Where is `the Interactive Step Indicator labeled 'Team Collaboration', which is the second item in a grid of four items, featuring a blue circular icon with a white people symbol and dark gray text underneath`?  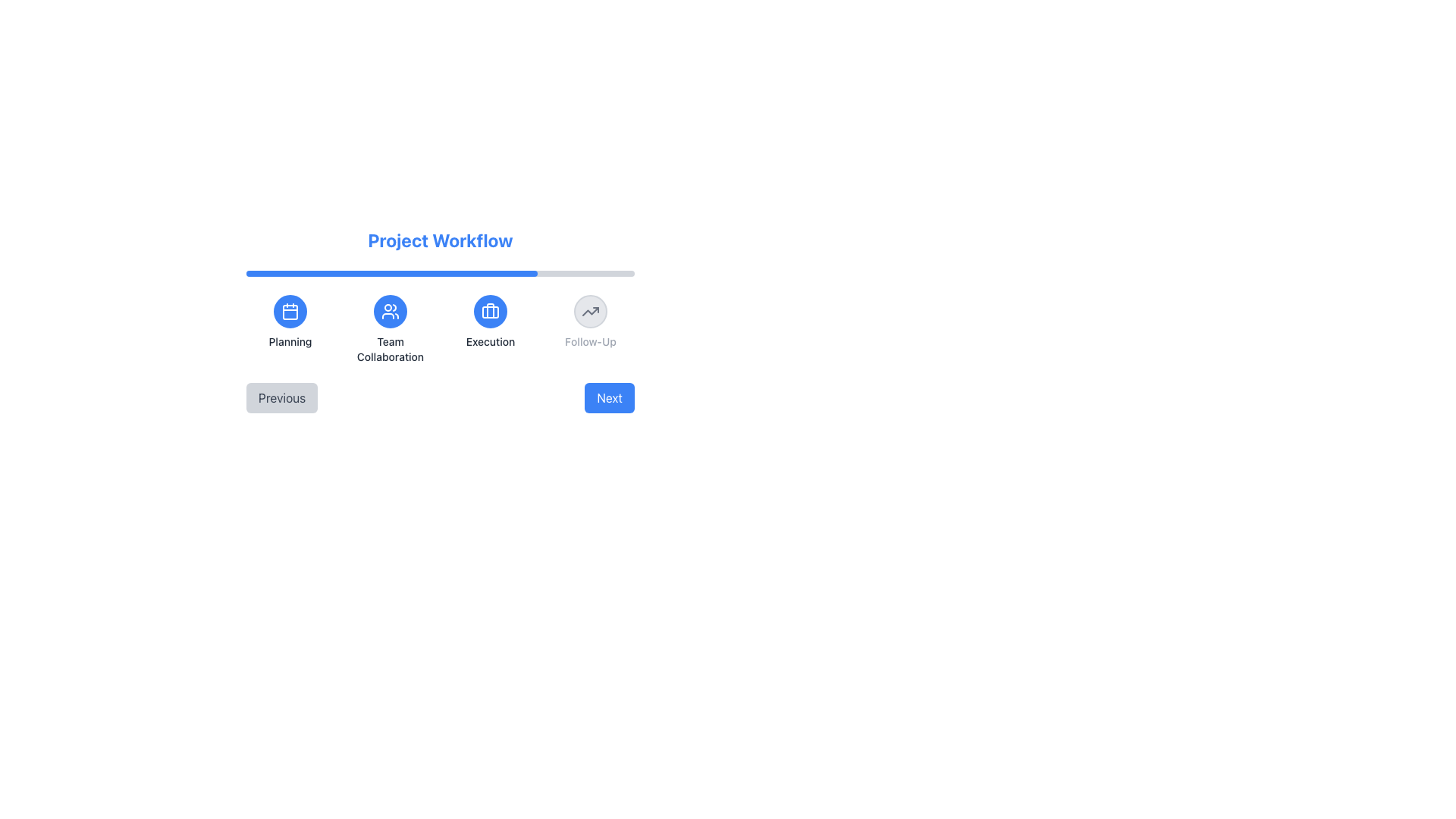 the Interactive Step Indicator labeled 'Team Collaboration', which is the second item in a grid of four items, featuring a blue circular icon with a white people symbol and dark gray text underneath is located at coordinates (390, 329).